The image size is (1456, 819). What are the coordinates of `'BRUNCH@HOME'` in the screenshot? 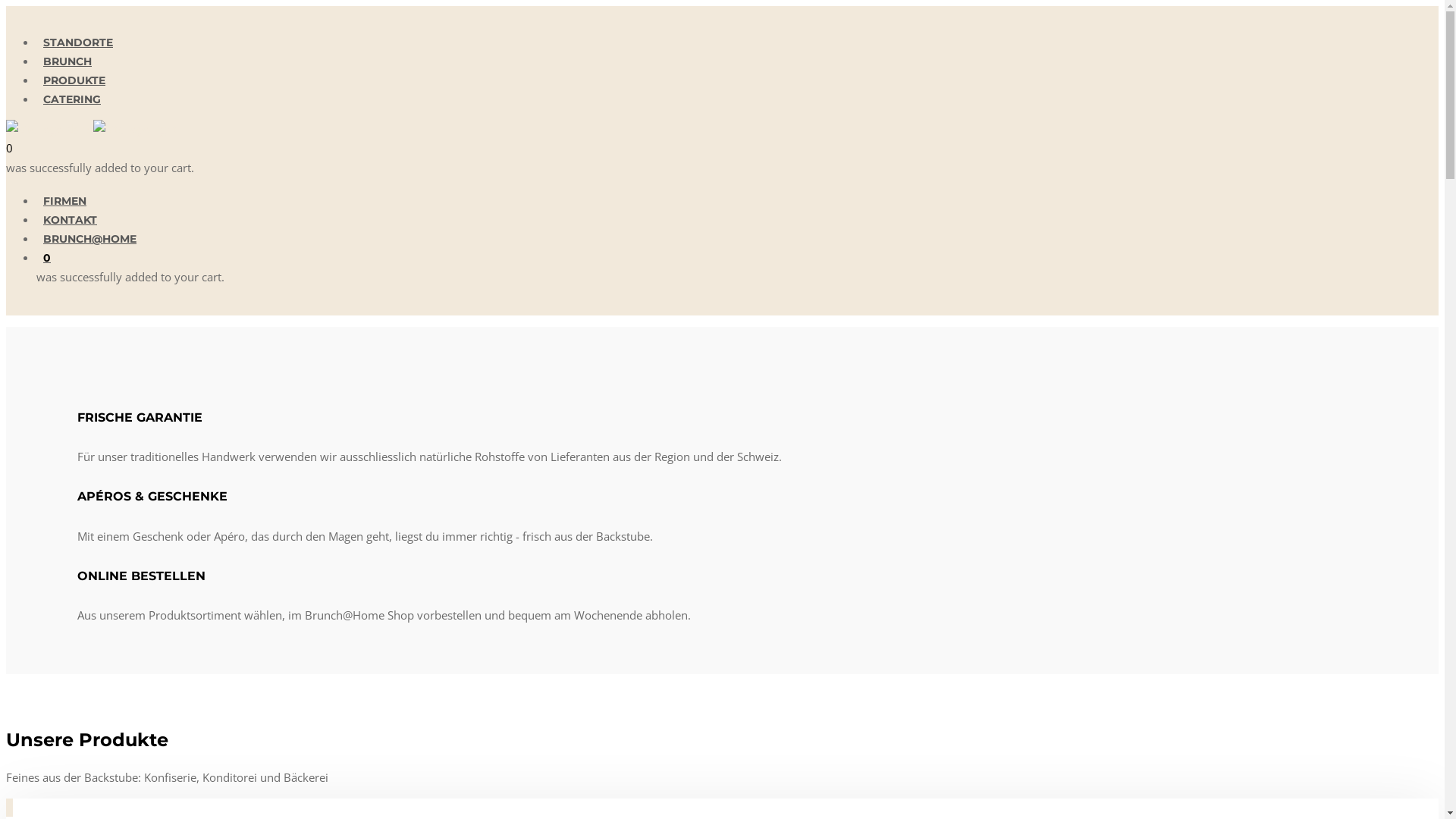 It's located at (89, 239).